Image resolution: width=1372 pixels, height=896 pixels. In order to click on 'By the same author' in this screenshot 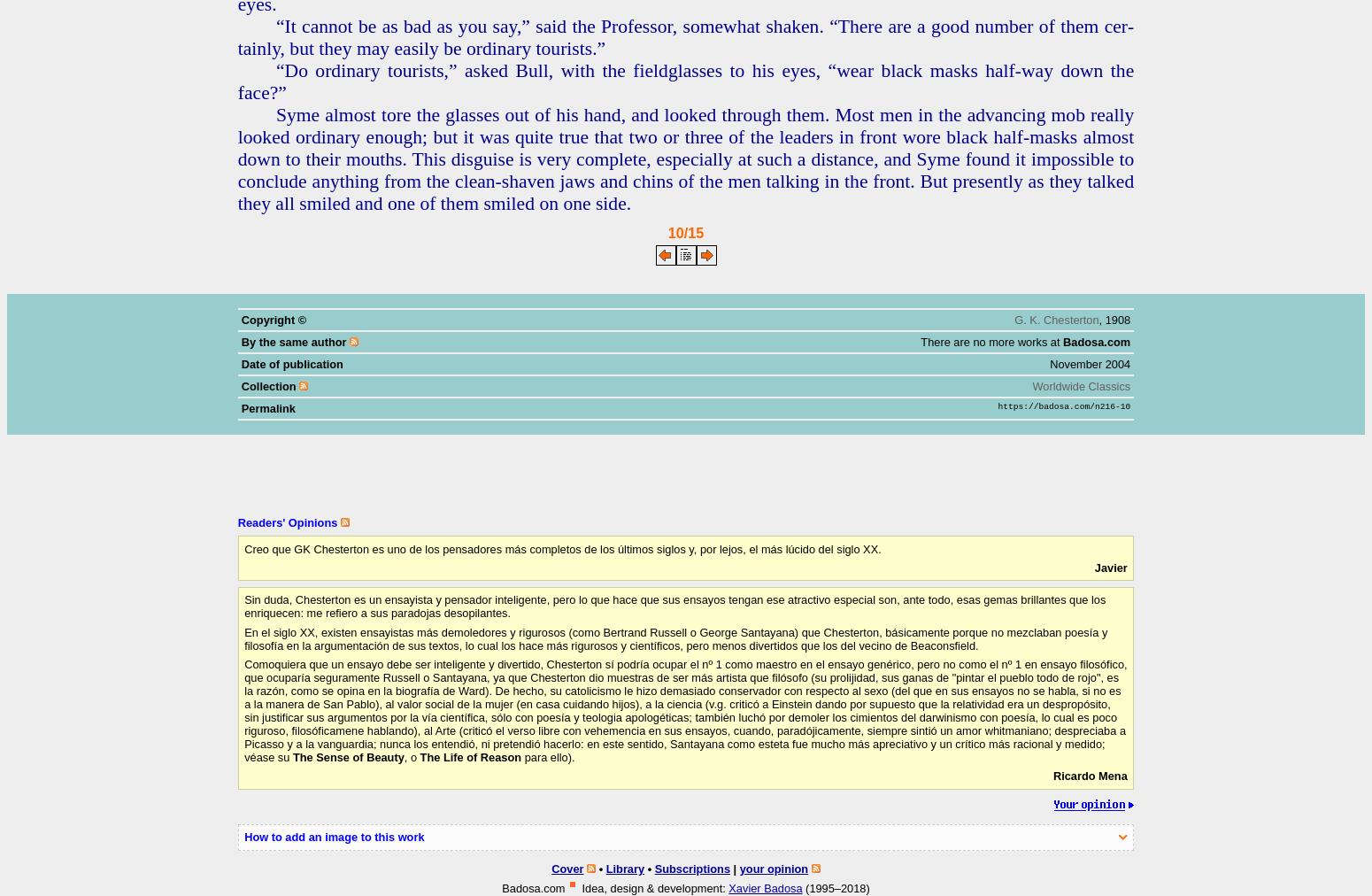, I will do `click(294, 342)`.